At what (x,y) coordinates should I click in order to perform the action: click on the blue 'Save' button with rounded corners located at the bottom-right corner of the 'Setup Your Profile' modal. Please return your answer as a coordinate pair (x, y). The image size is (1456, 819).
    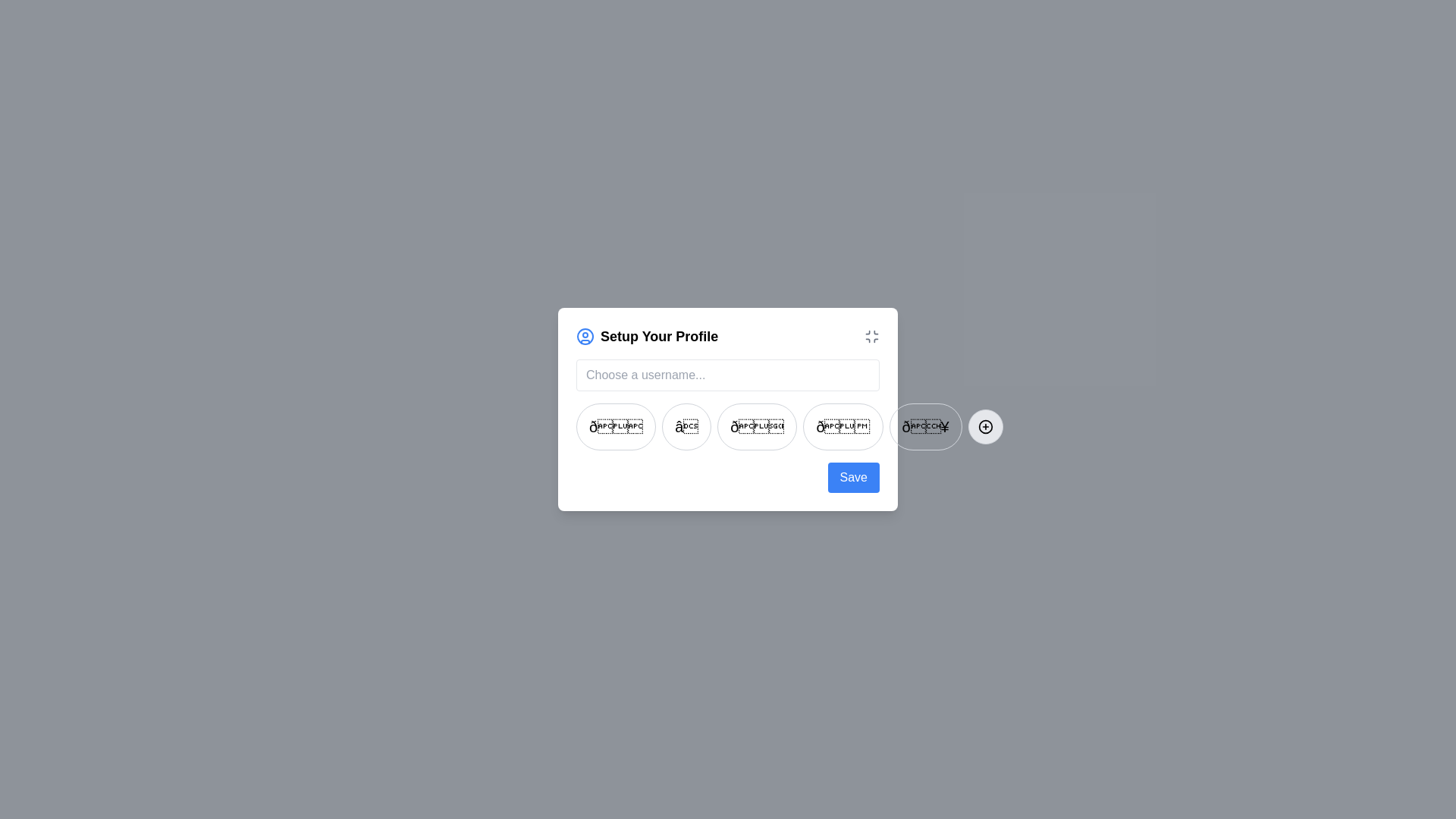
    Looking at the image, I should click on (853, 476).